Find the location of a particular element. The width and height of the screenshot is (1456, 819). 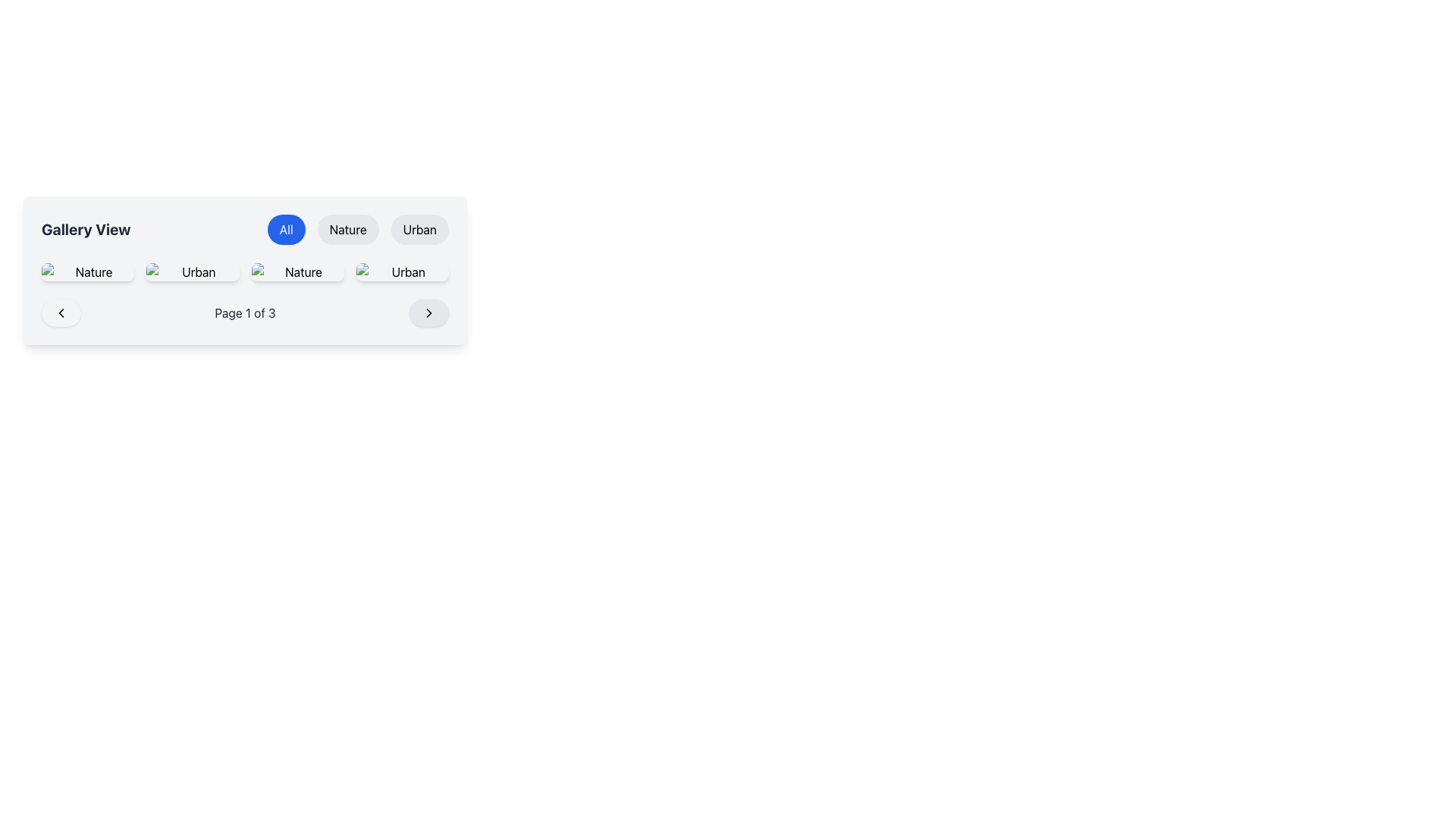

the circular button with a light gray background and a black left-facing chevron icon, located to the left of the 'Page 1 of 3' text is located at coordinates (61, 312).